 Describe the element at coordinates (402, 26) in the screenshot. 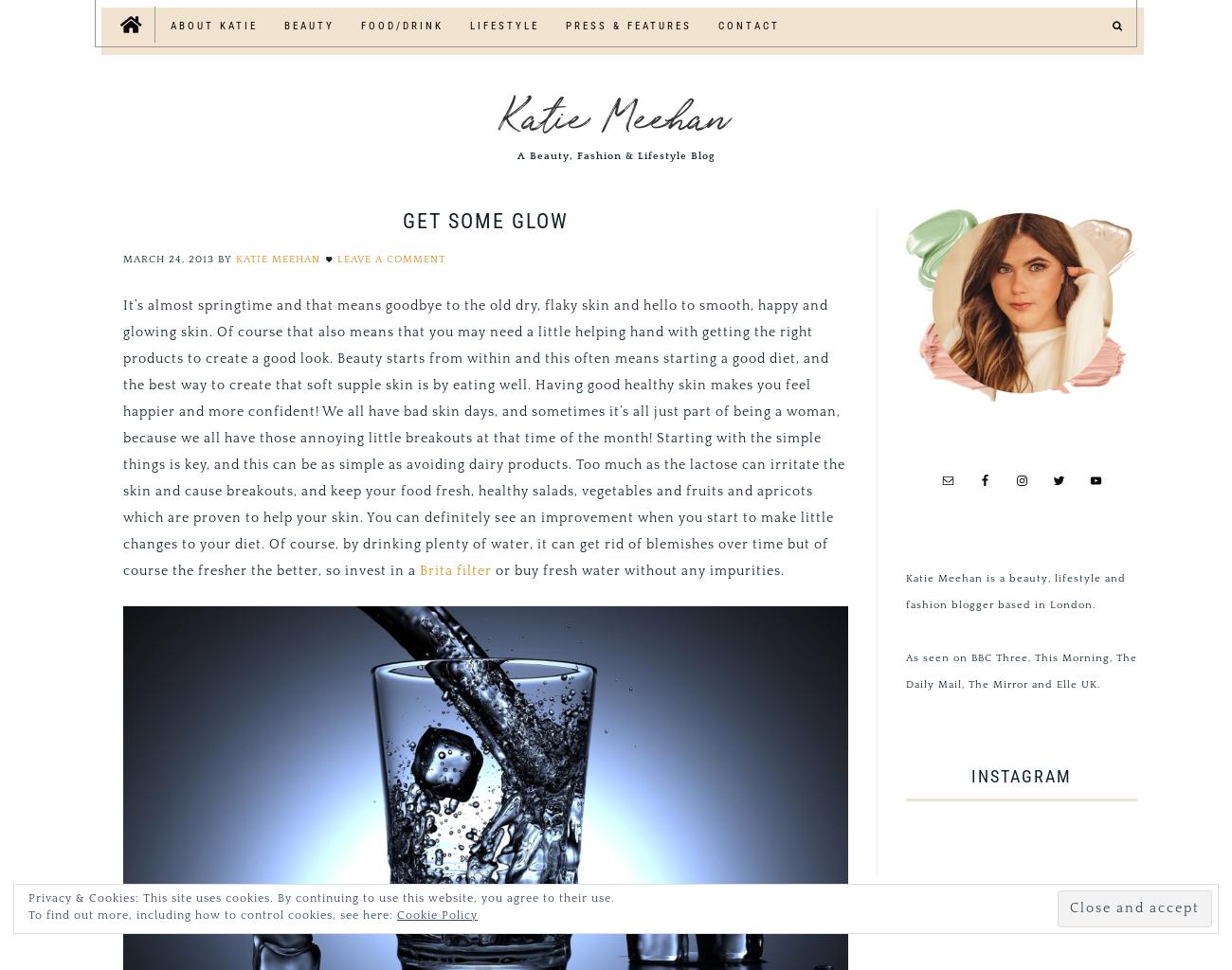

I see `'Food/Drink'` at that location.